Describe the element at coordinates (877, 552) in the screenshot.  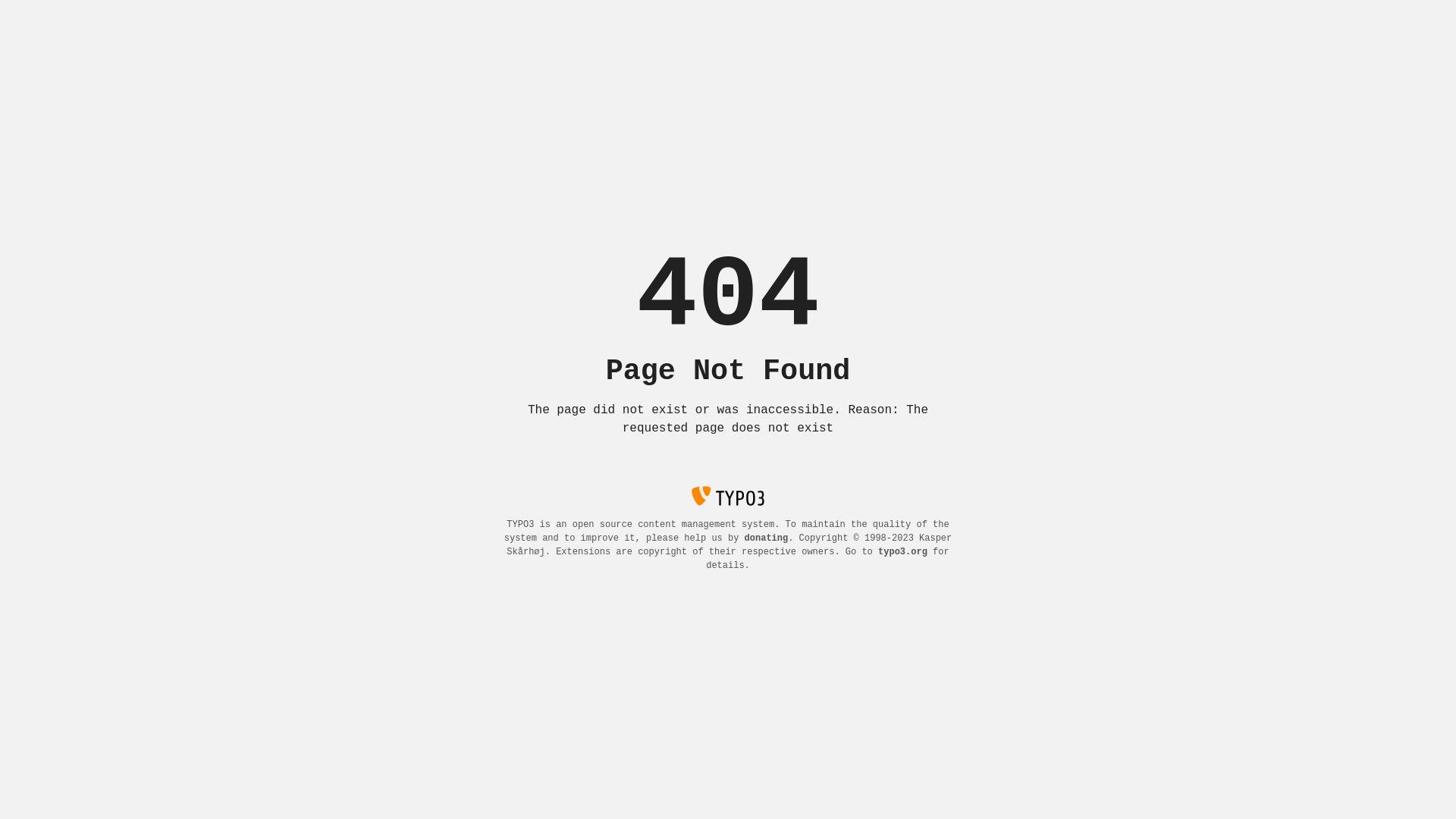
I see `'typo3.org'` at that location.